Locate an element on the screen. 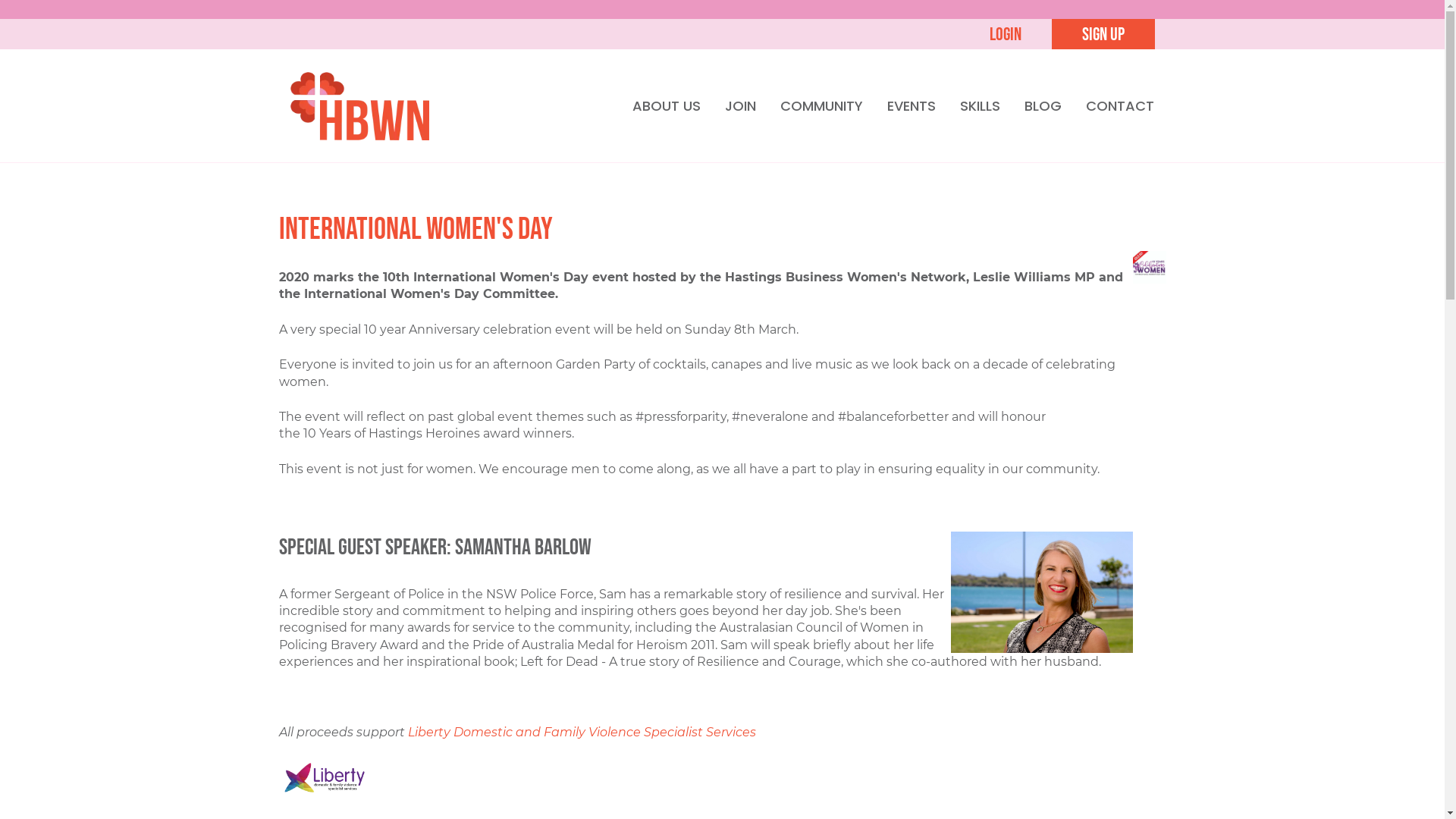  'BLOG' is located at coordinates (1042, 105).